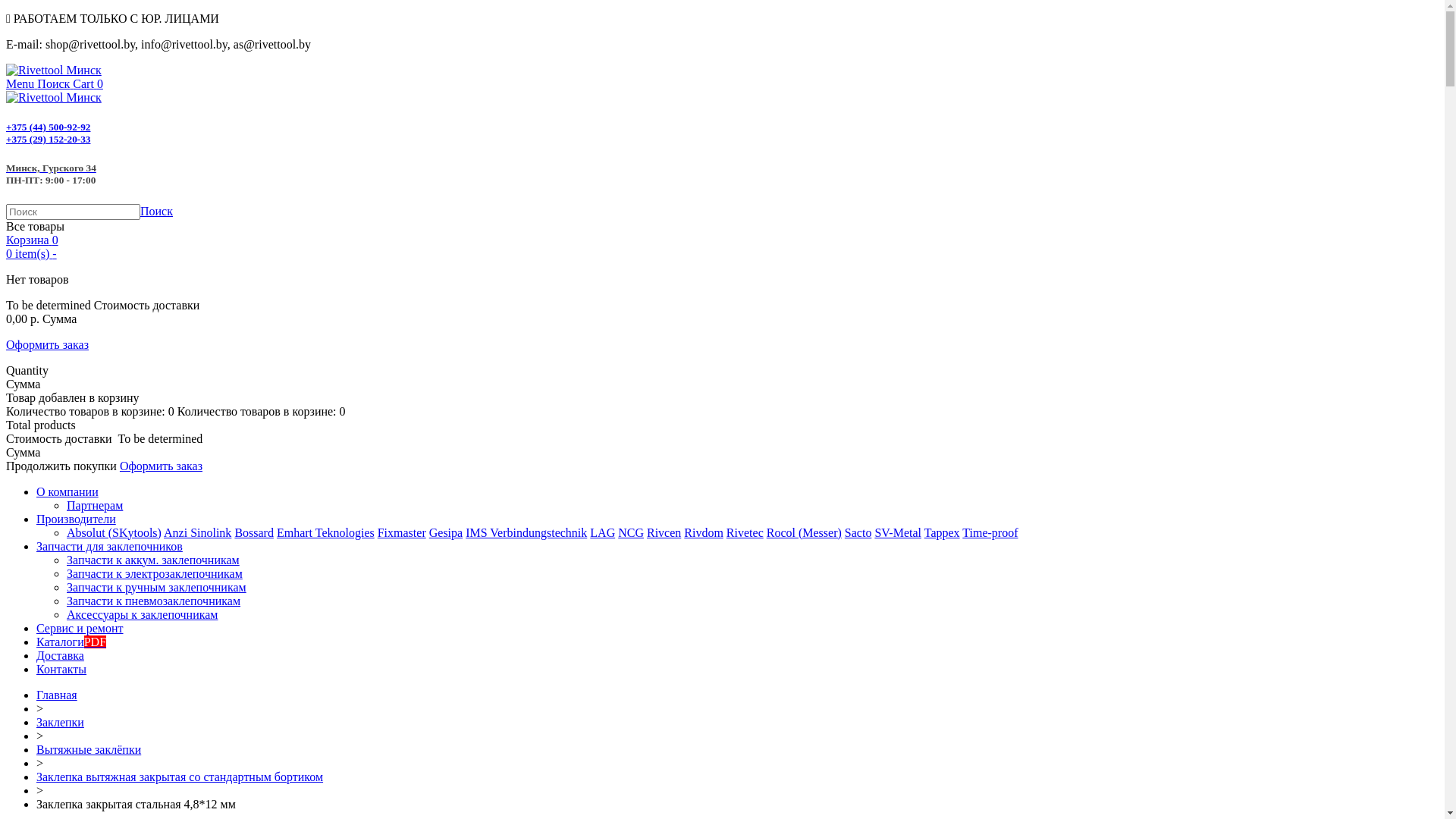 The height and width of the screenshot is (819, 1456). I want to click on '+375 (44) 500-92-92', so click(6, 126).